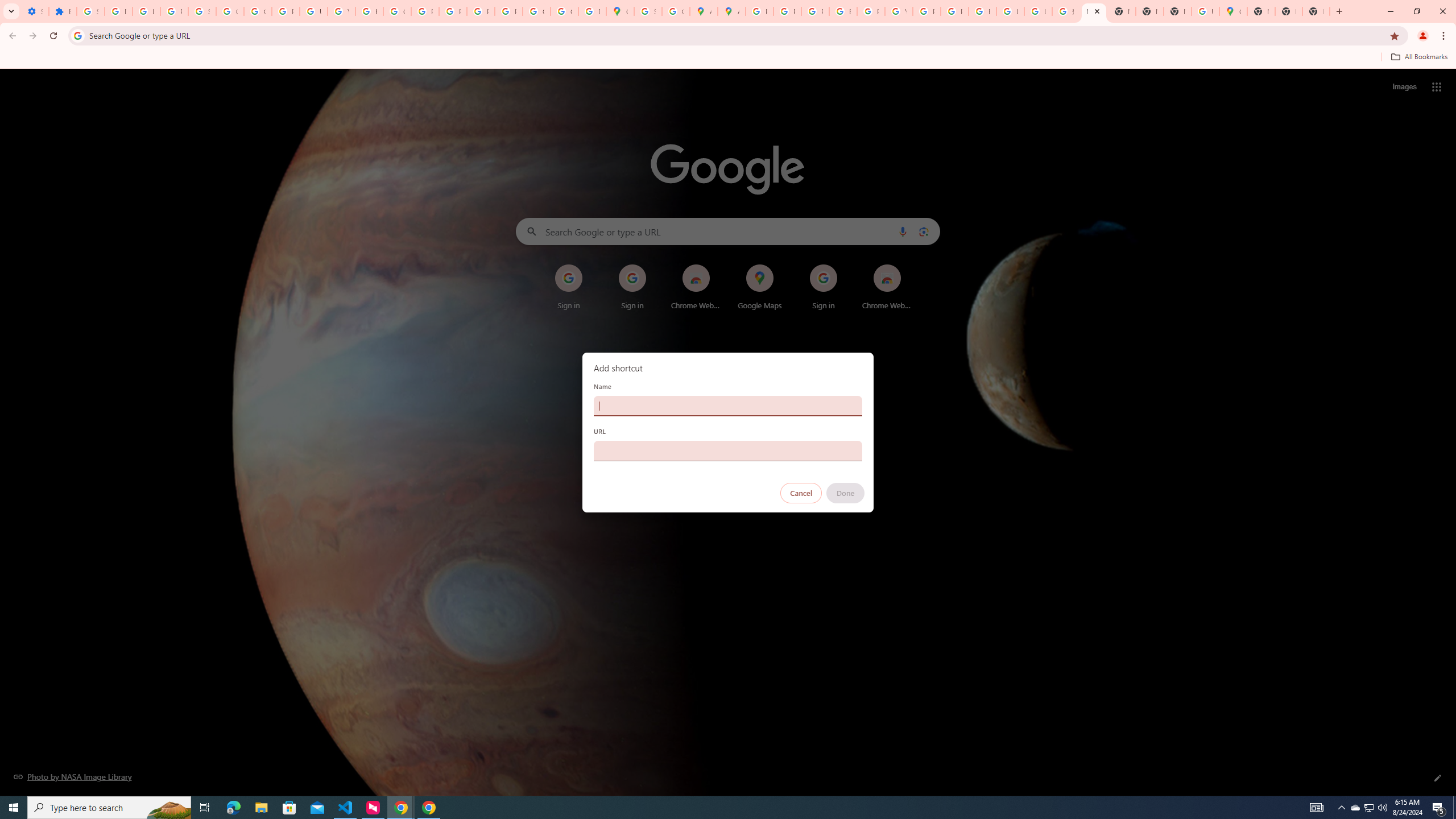  Describe the element at coordinates (369, 11) in the screenshot. I see `'https://scholar.google.com/'` at that location.